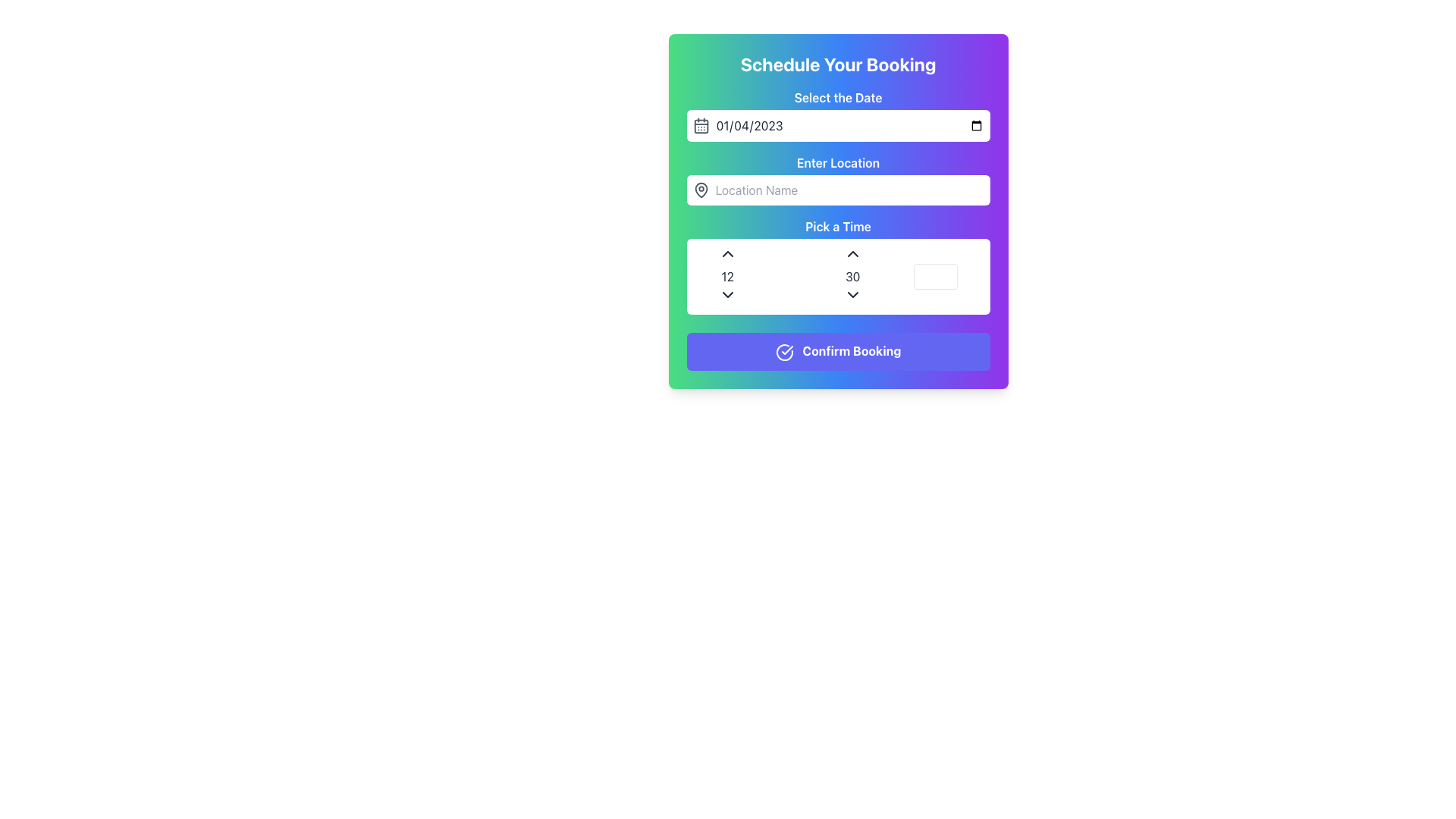  What do you see at coordinates (837, 351) in the screenshot?
I see `the 'Confirm Booking' button located at the bottom section of the 'Schedule Your Booking' form to confirm the booking` at bounding box center [837, 351].